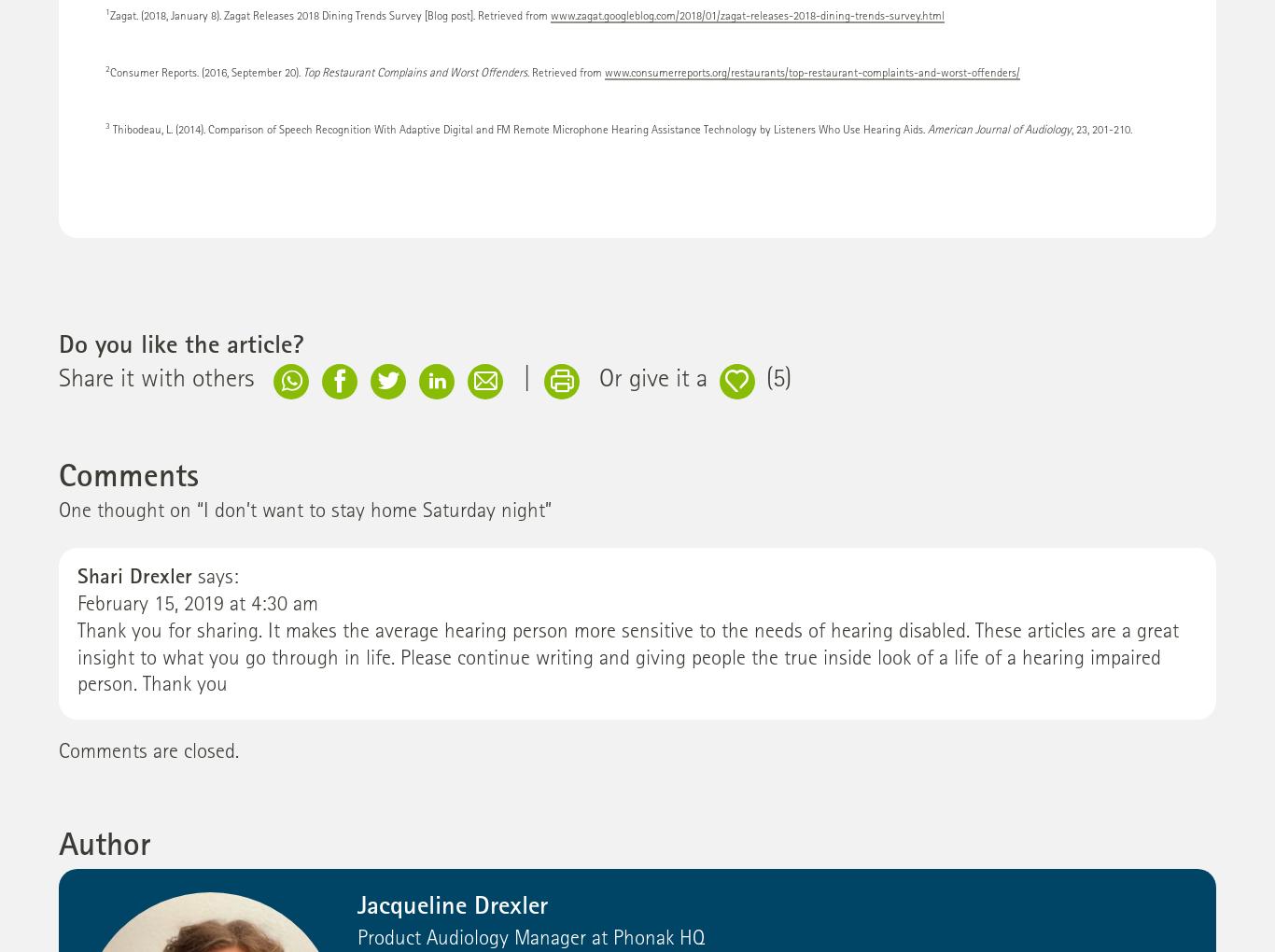  I want to click on 'Thibodeau, L. (2014). Comparison of Speech Recognition With Adaptive Digital and FM Remote Microphone Hearing Assistance Technology by Listeners Who Use Hearing Aids.', so click(518, 131).